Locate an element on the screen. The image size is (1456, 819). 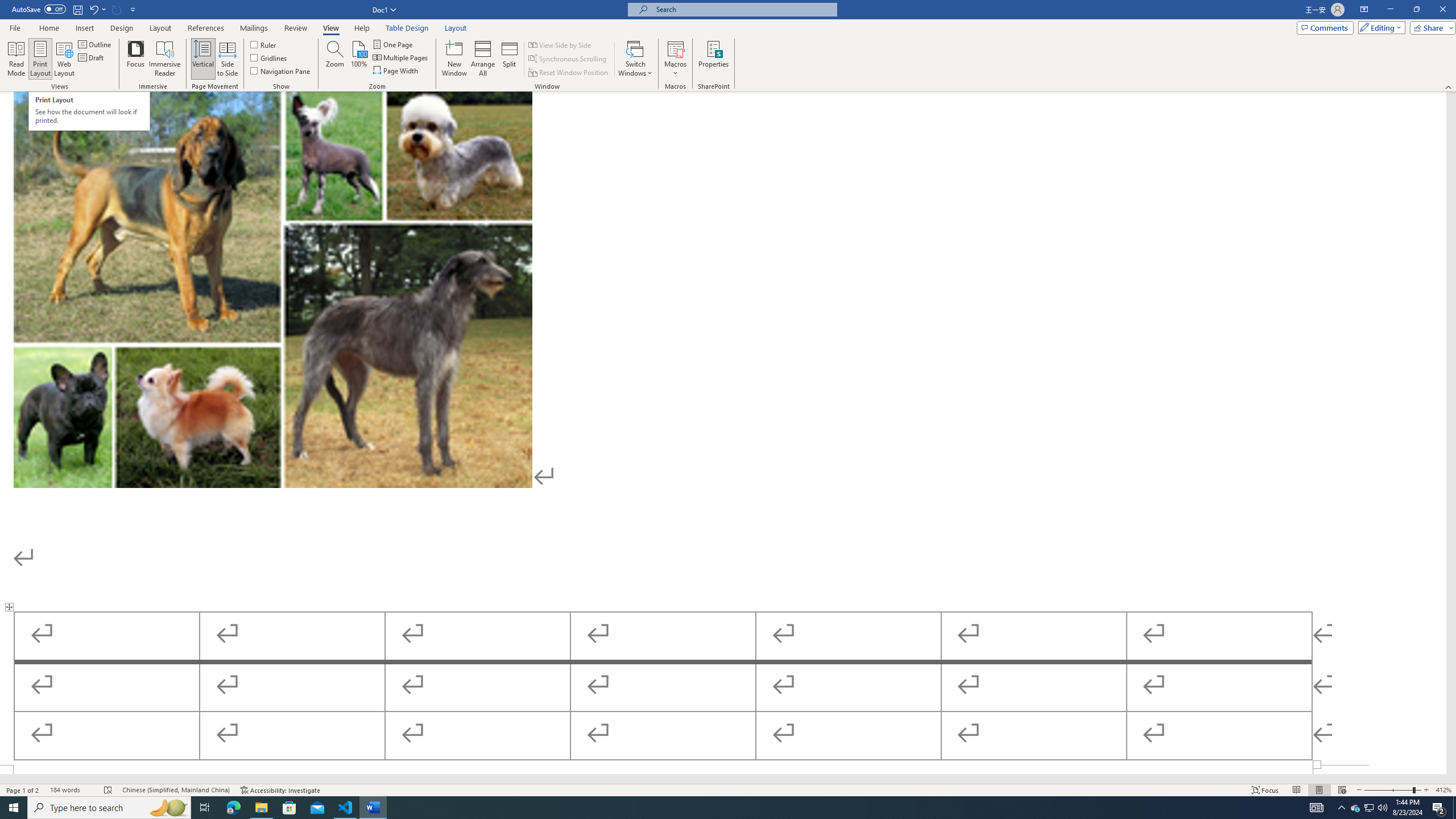
'Switch Windows' is located at coordinates (635, 59).